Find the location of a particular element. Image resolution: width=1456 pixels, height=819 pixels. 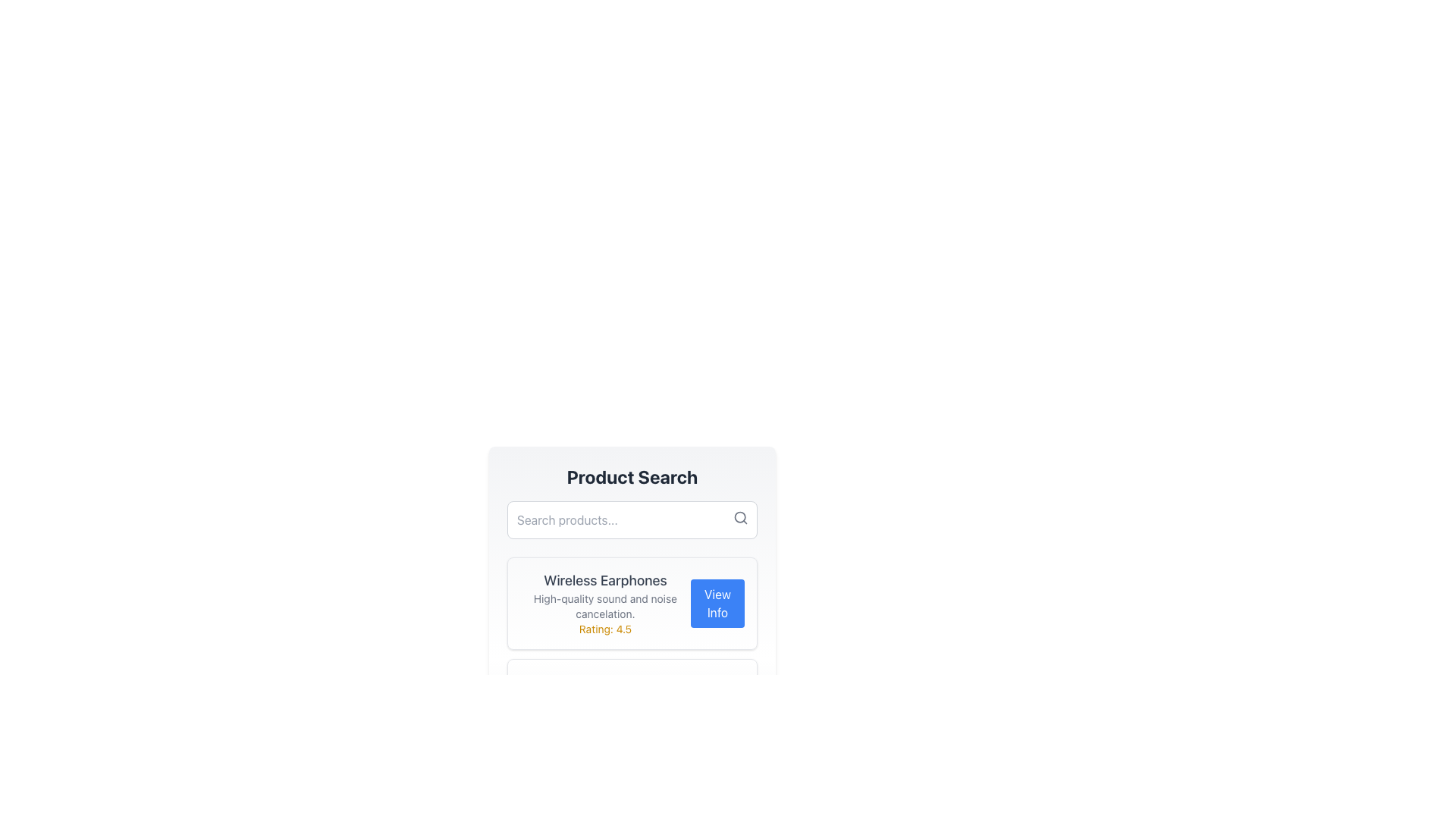

the rectangular button with a blue background and 'View Info' text in white is located at coordinates (717, 602).